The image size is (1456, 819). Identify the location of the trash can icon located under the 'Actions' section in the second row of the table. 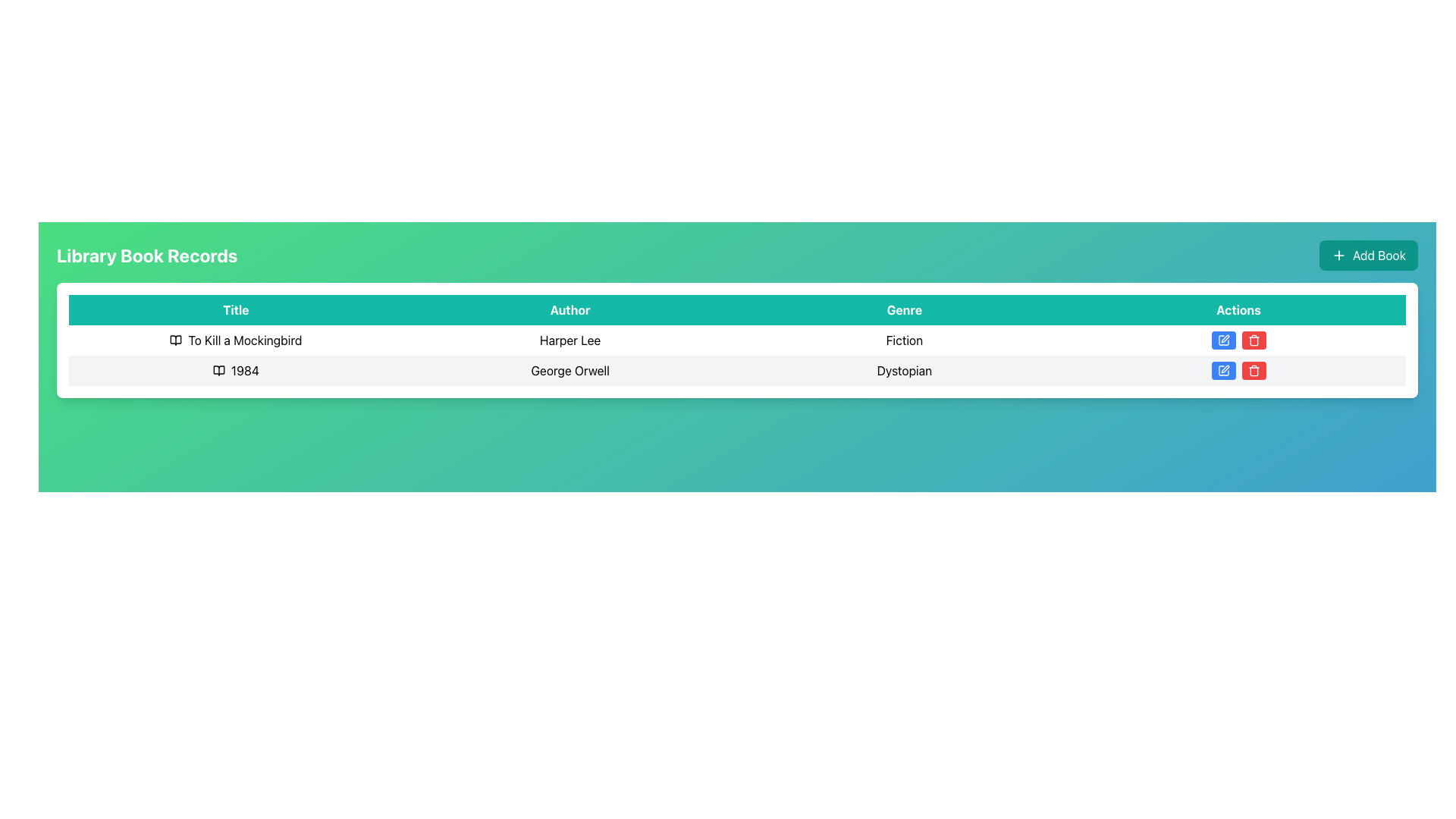
(1254, 372).